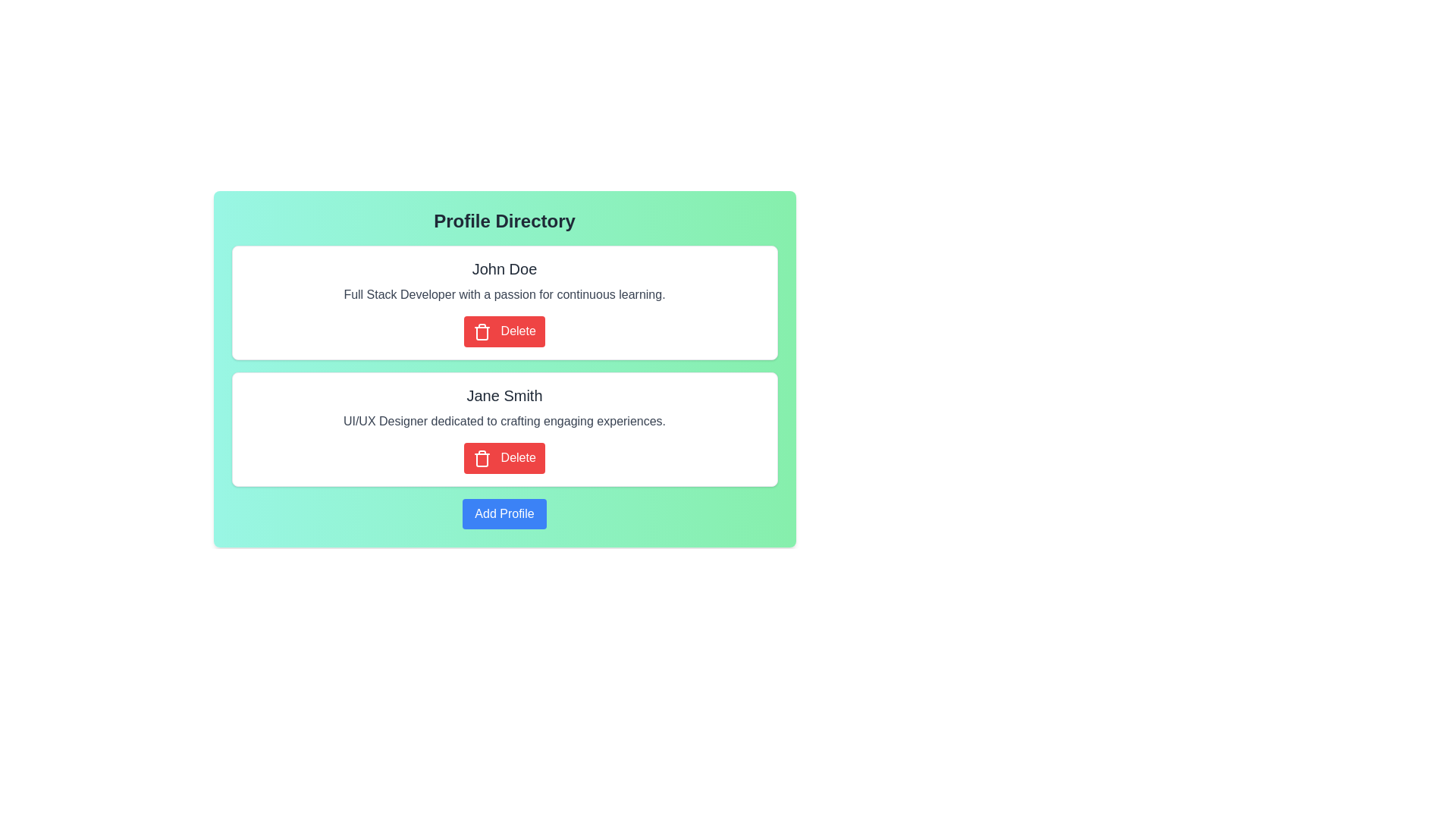 This screenshot has height=819, width=1456. Describe the element at coordinates (504, 295) in the screenshot. I see `the text label displaying 'Full Stack Developer with a passion for continuous learning.' which is located within a white rectangular card below 'John Doe'` at that location.